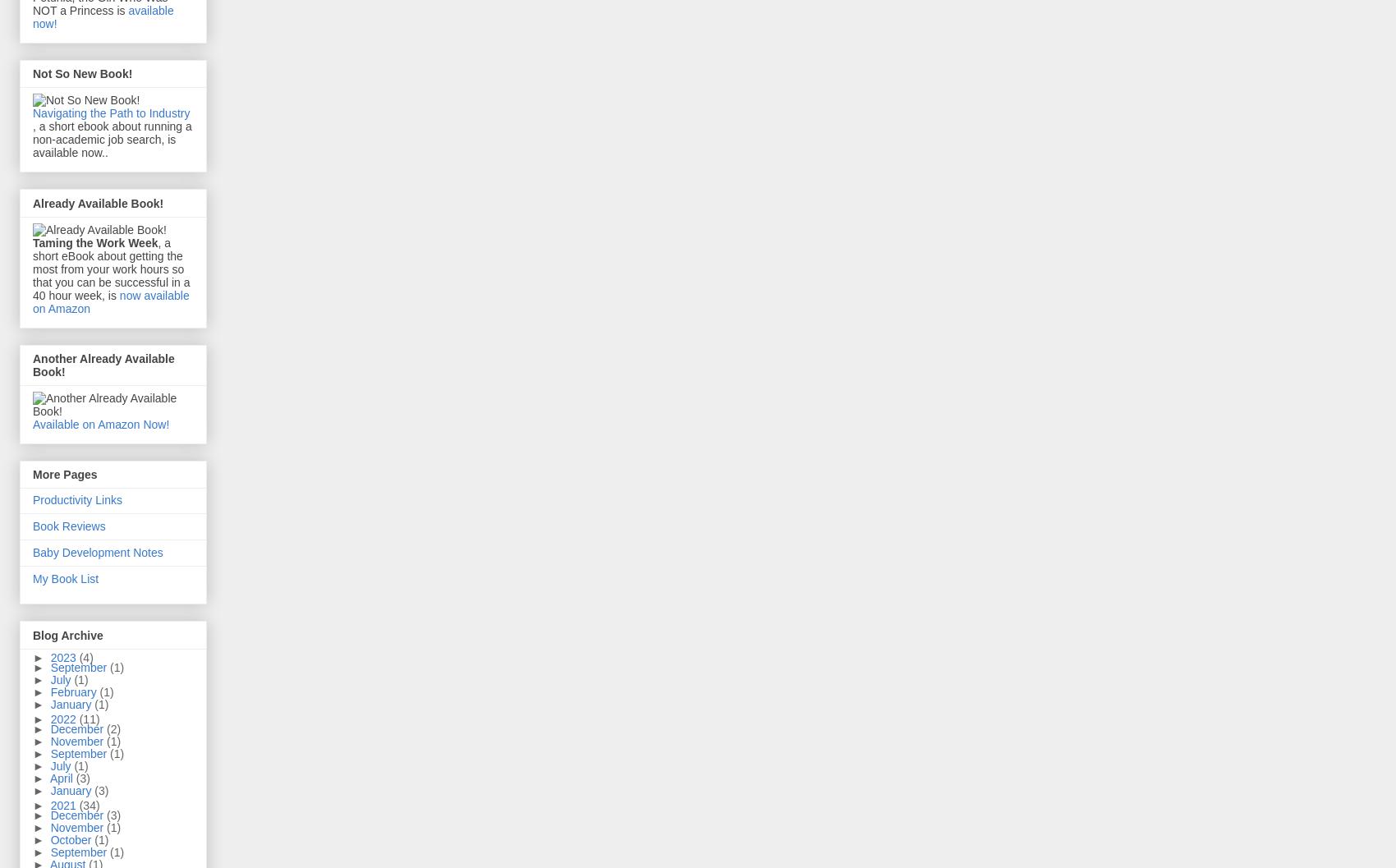  Describe the element at coordinates (106, 728) in the screenshot. I see `'(2)'` at that location.